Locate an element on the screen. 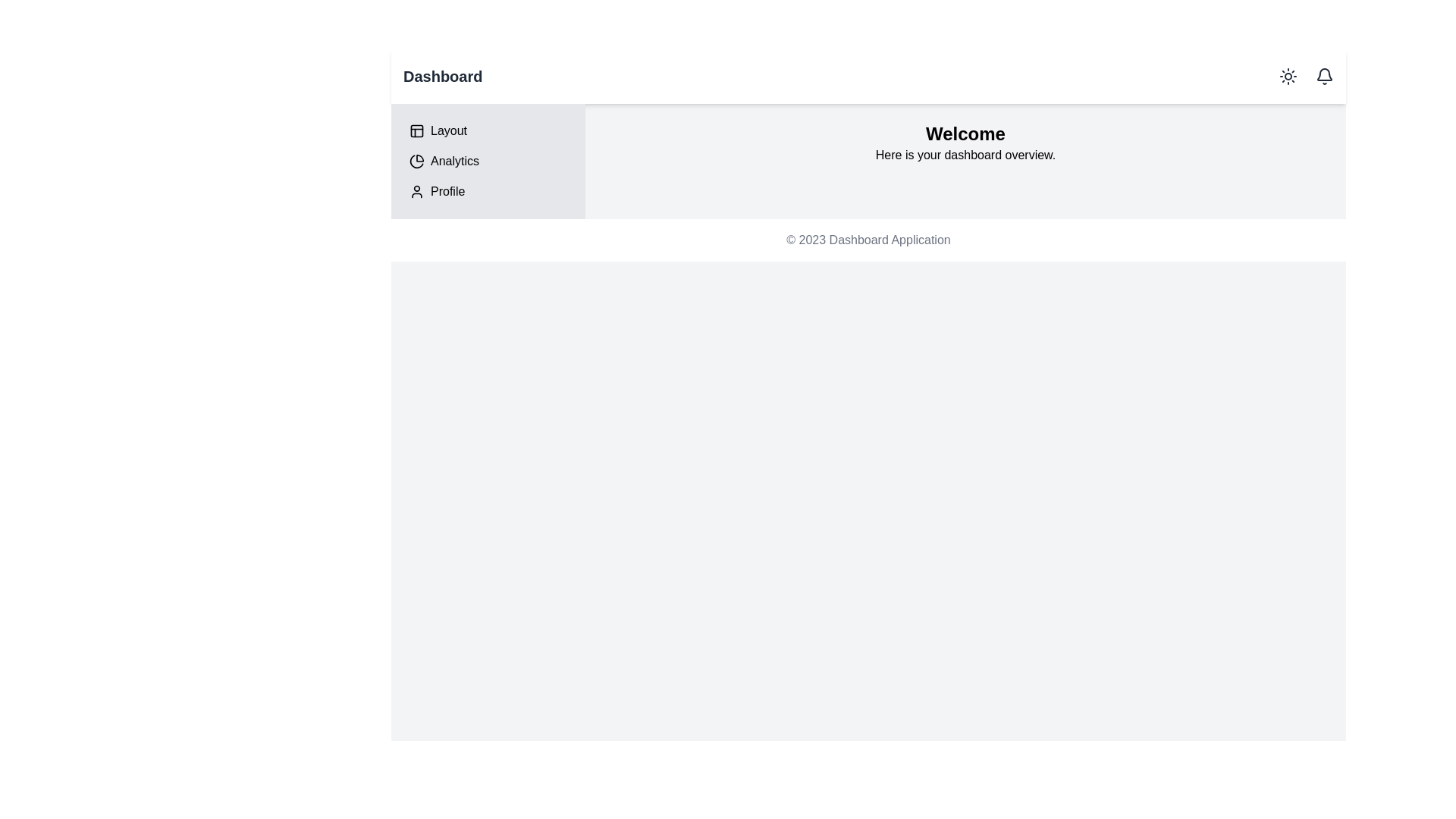  the Text Label located in the top bar of the application interface, positioned towards the left side, serving as a header or title is located at coordinates (442, 76).